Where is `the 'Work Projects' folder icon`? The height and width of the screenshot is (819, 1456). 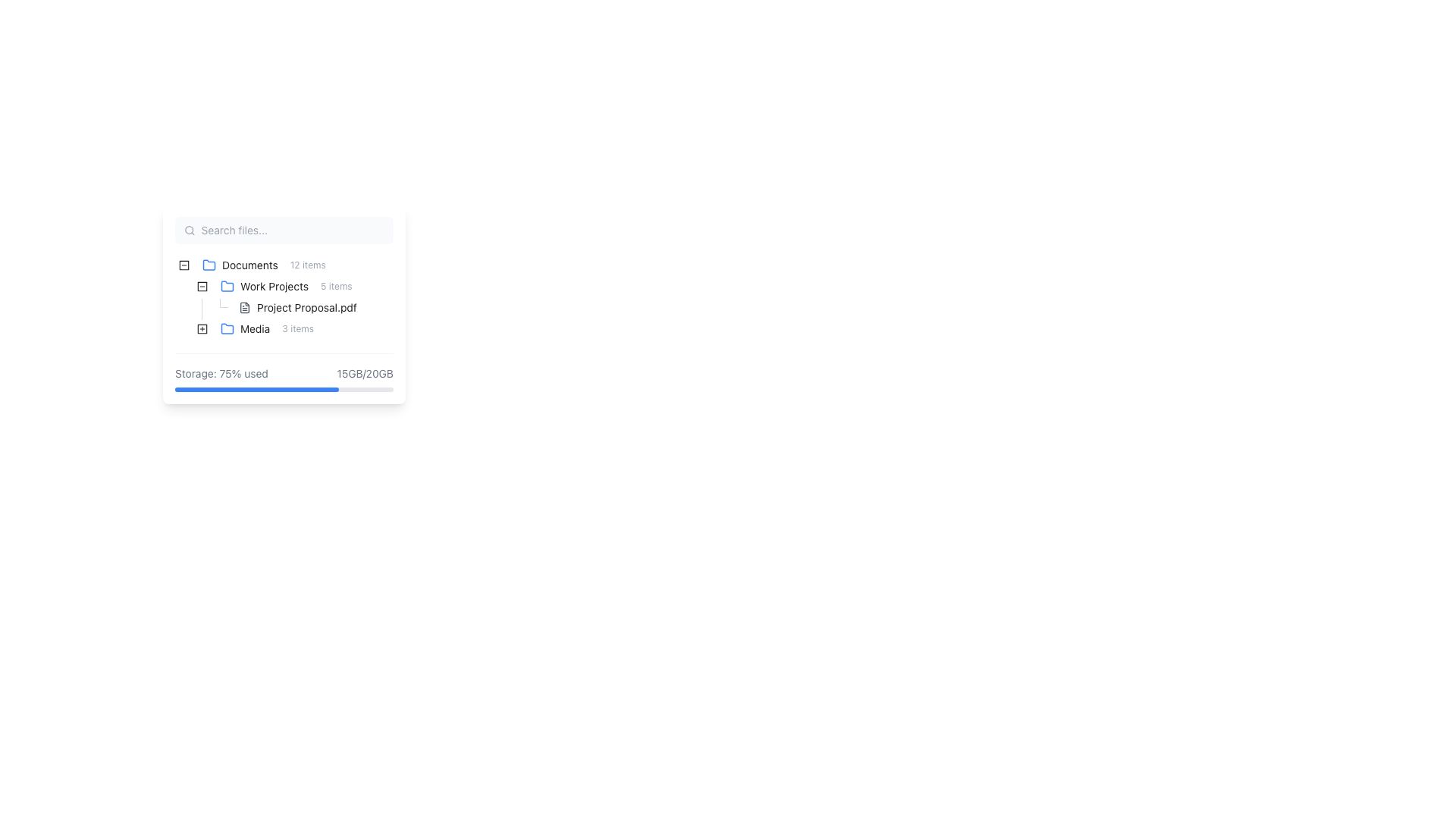 the 'Work Projects' folder icon is located at coordinates (226, 286).